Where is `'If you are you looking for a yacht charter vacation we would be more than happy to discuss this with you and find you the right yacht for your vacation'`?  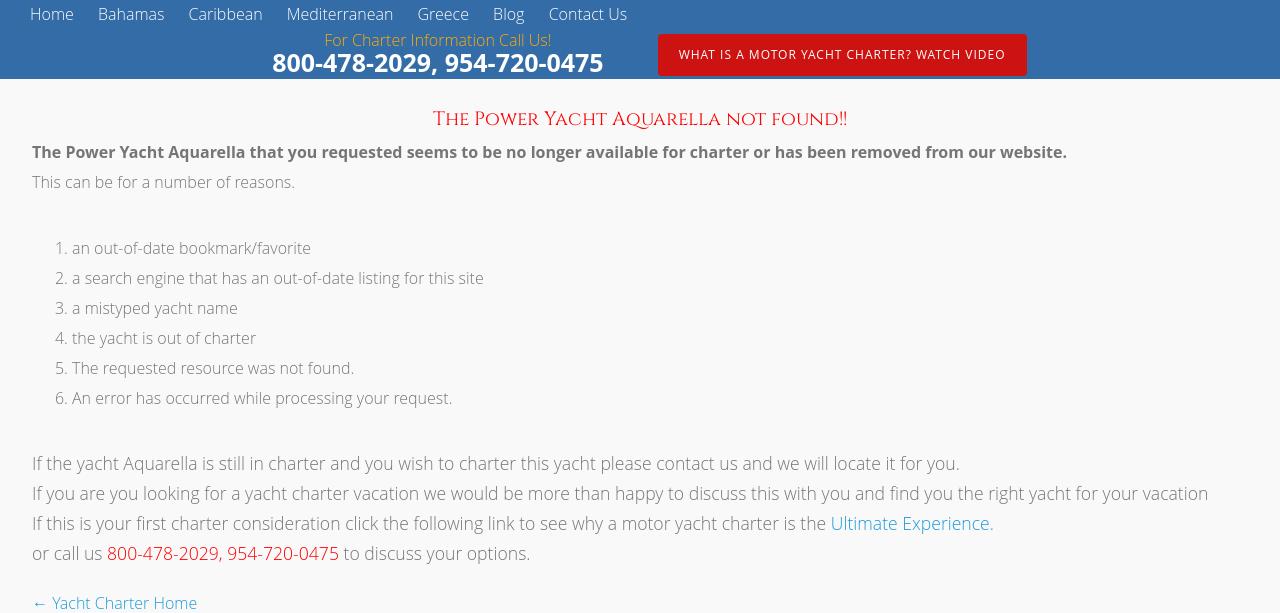
'If you are you looking for a yacht charter vacation we would be more than happy to discuss this with you and find you the right yacht for your vacation' is located at coordinates (619, 491).